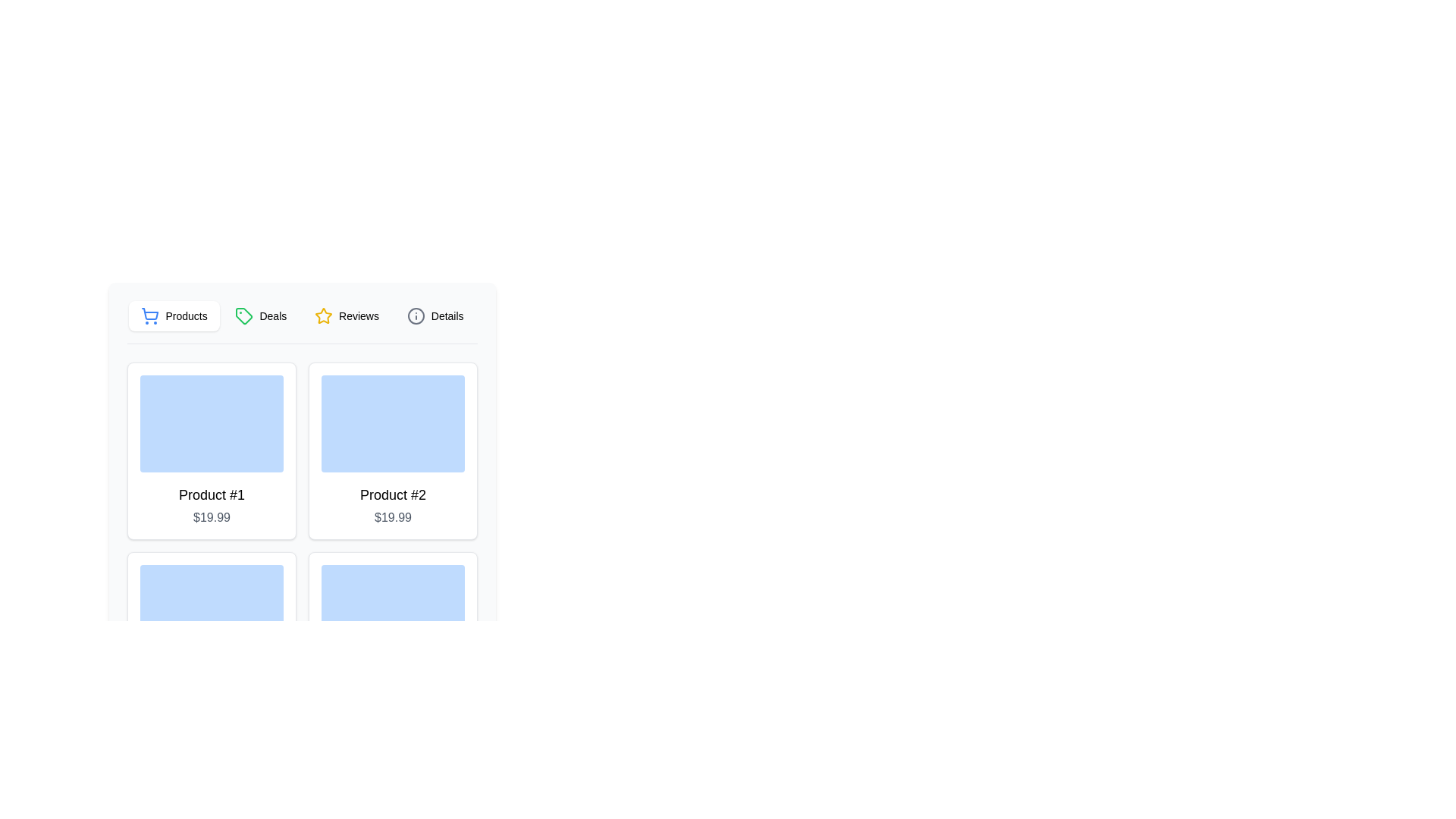 Image resolution: width=1456 pixels, height=819 pixels. What do you see at coordinates (150, 313) in the screenshot?
I see `the shopping cart icon represented in blue stroke within the SVG, located in the top-left corner of the interface, adjacent to the 'Products' label` at bounding box center [150, 313].